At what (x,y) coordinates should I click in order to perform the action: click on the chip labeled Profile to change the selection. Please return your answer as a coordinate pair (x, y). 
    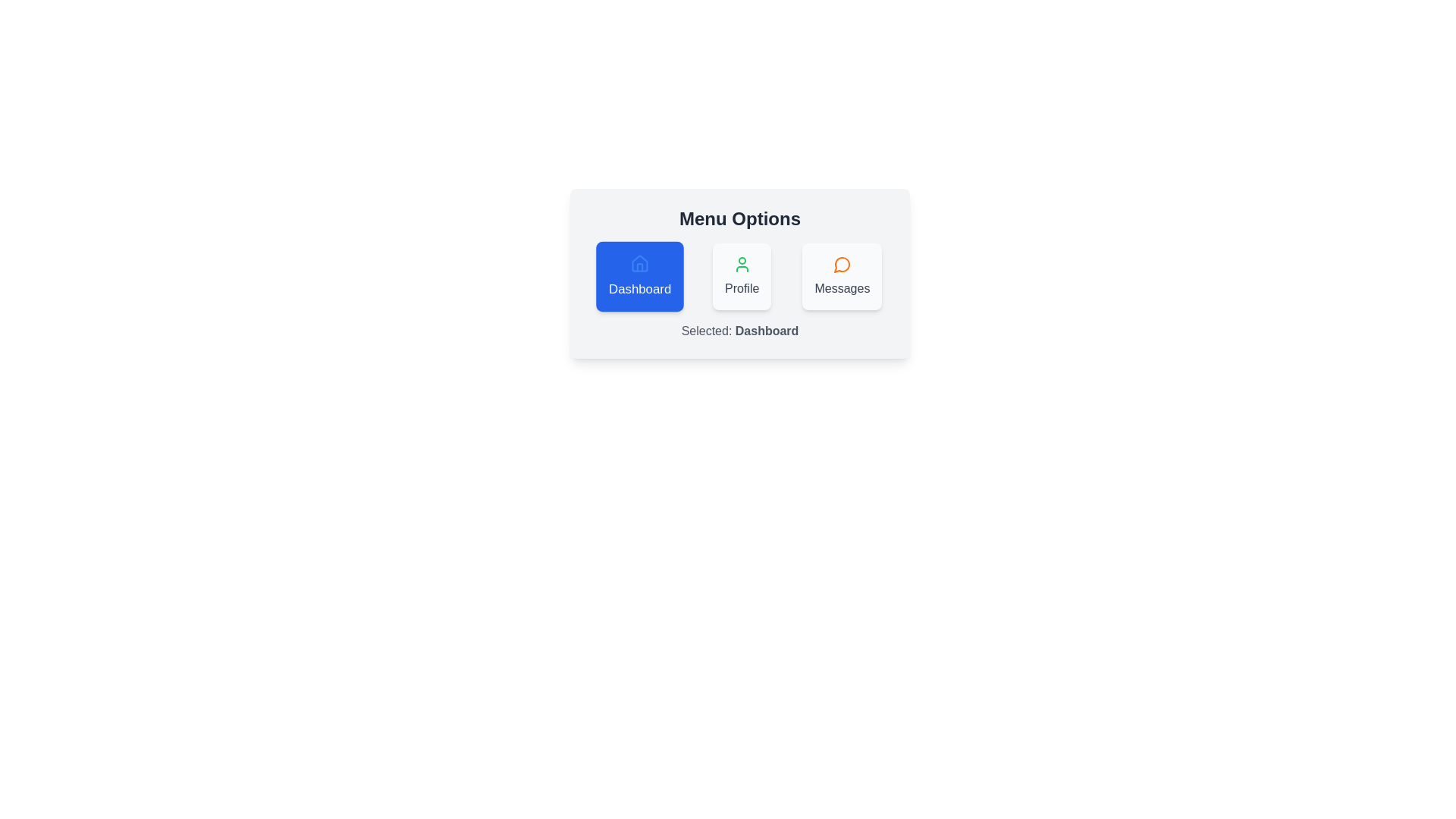
    Looking at the image, I should click on (742, 277).